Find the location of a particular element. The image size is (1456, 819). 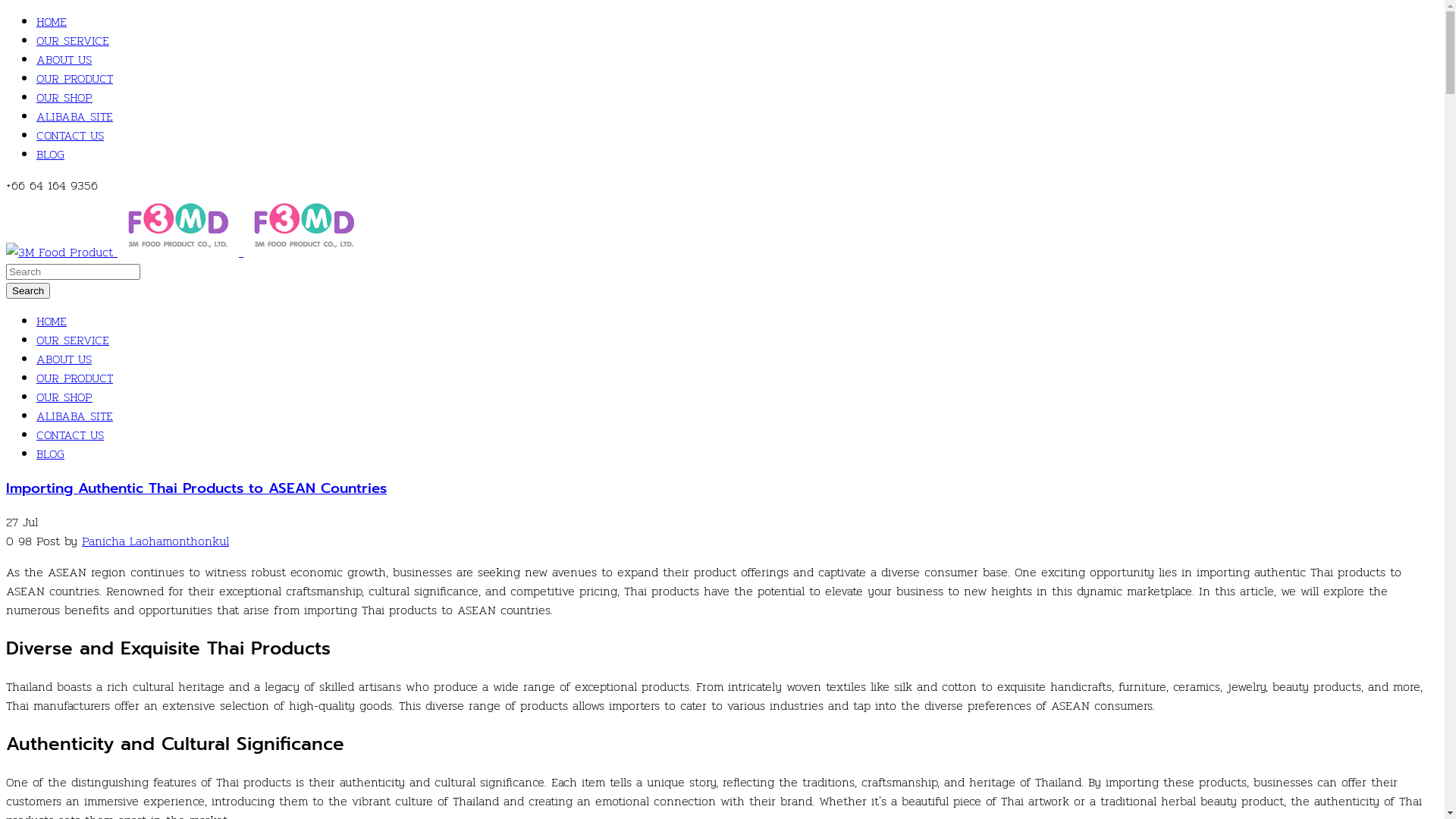

'ABOUT US' is located at coordinates (63, 58).